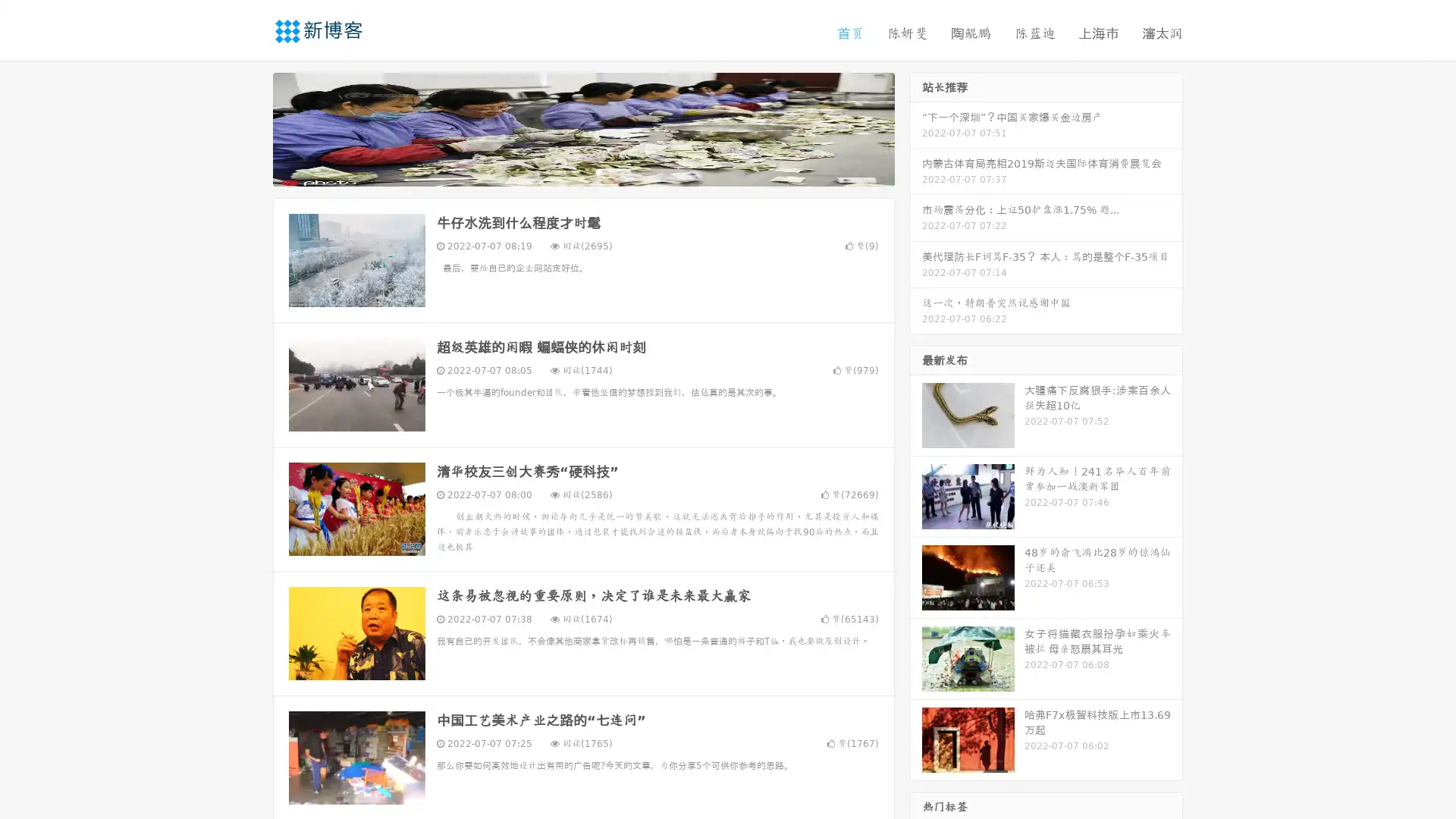 The height and width of the screenshot is (819, 1456). Describe the element at coordinates (567, 171) in the screenshot. I see `Go to slide 1` at that location.